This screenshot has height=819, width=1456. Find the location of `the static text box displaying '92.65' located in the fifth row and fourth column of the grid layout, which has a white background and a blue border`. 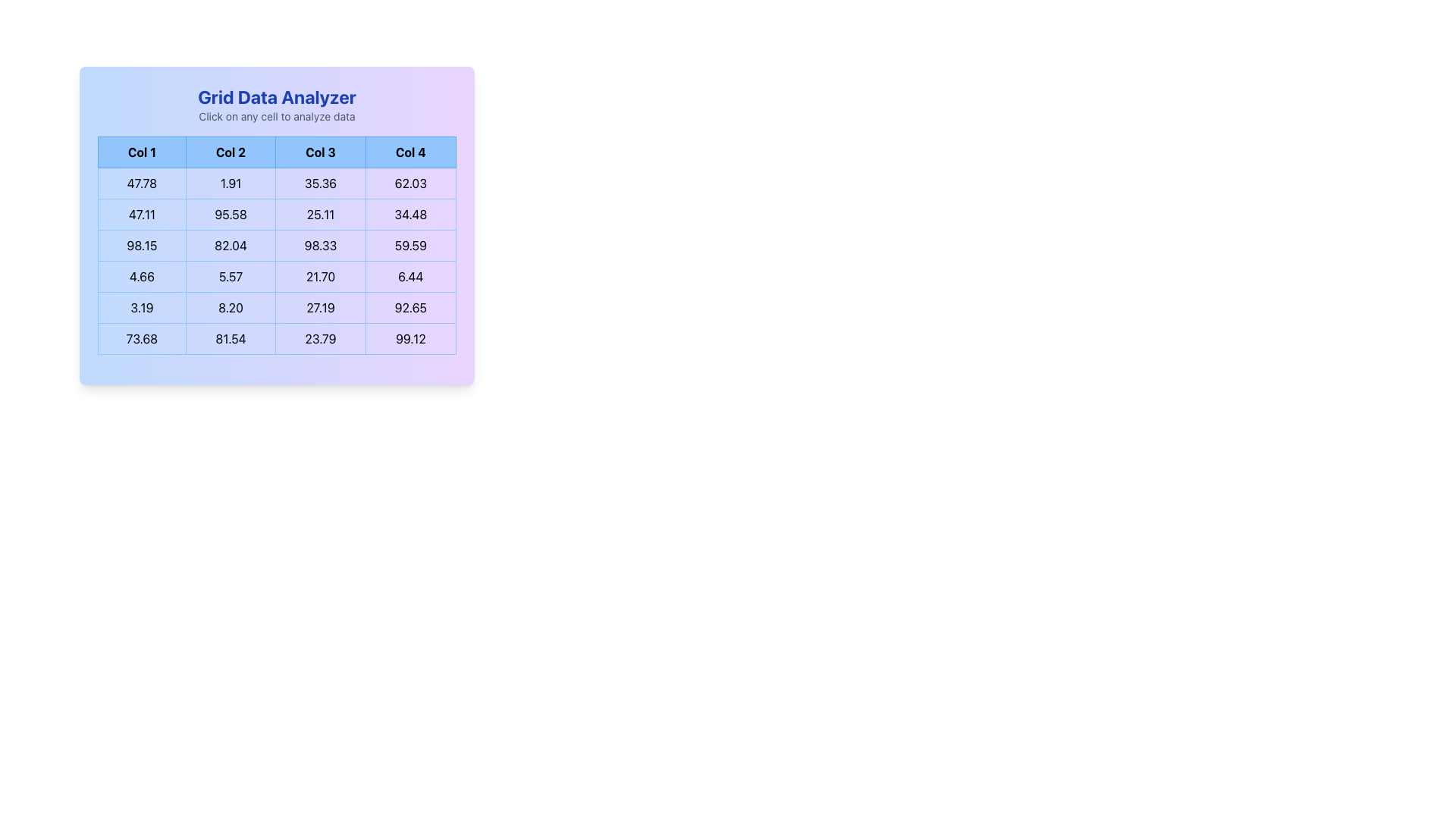

the static text box displaying '92.65' located in the fifth row and fourth column of the grid layout, which has a white background and a blue border is located at coordinates (410, 307).